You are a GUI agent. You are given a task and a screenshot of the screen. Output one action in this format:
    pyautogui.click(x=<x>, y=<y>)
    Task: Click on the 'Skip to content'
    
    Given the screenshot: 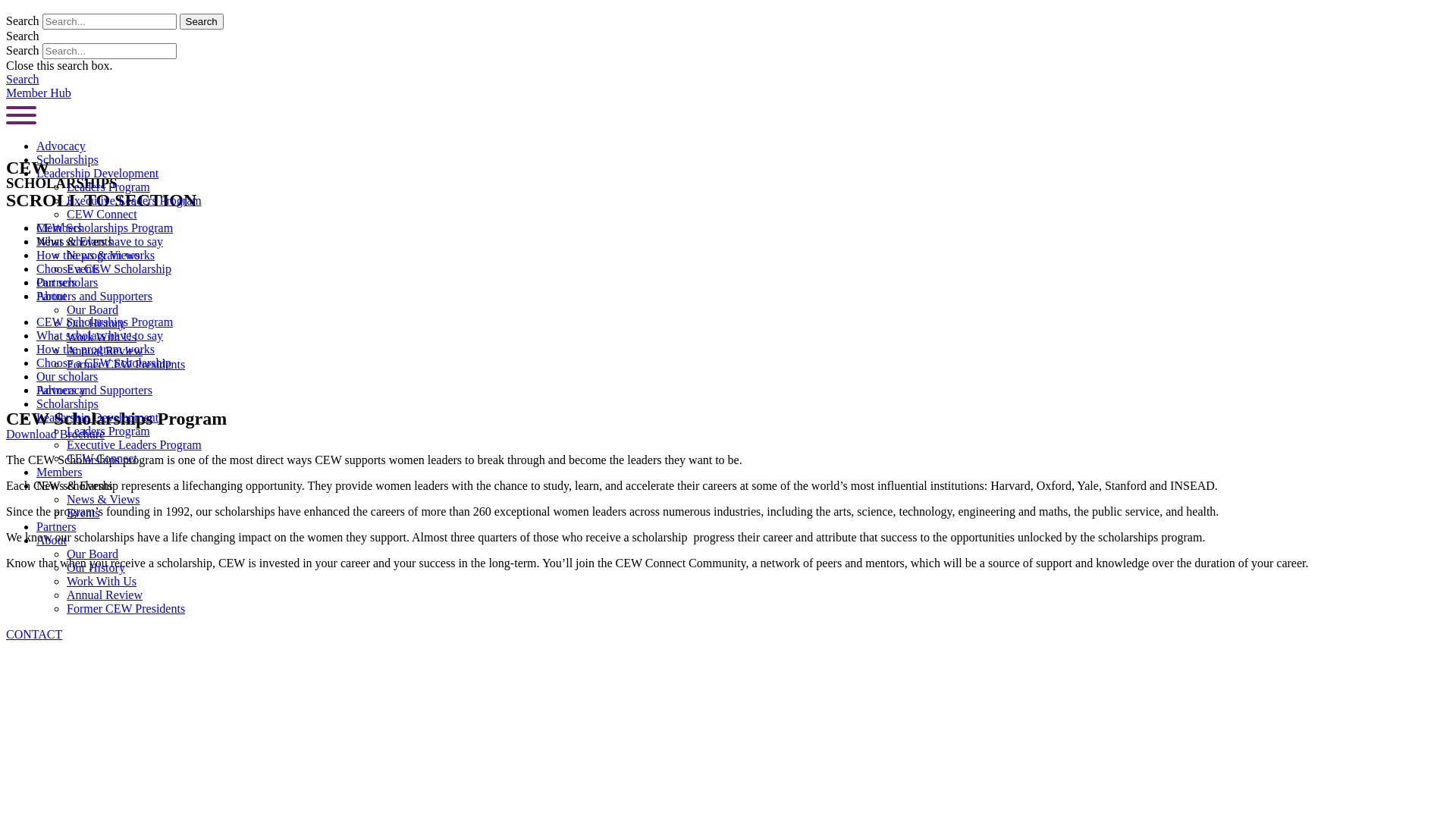 What is the action you would take?
    pyautogui.click(x=42, y=12)
    